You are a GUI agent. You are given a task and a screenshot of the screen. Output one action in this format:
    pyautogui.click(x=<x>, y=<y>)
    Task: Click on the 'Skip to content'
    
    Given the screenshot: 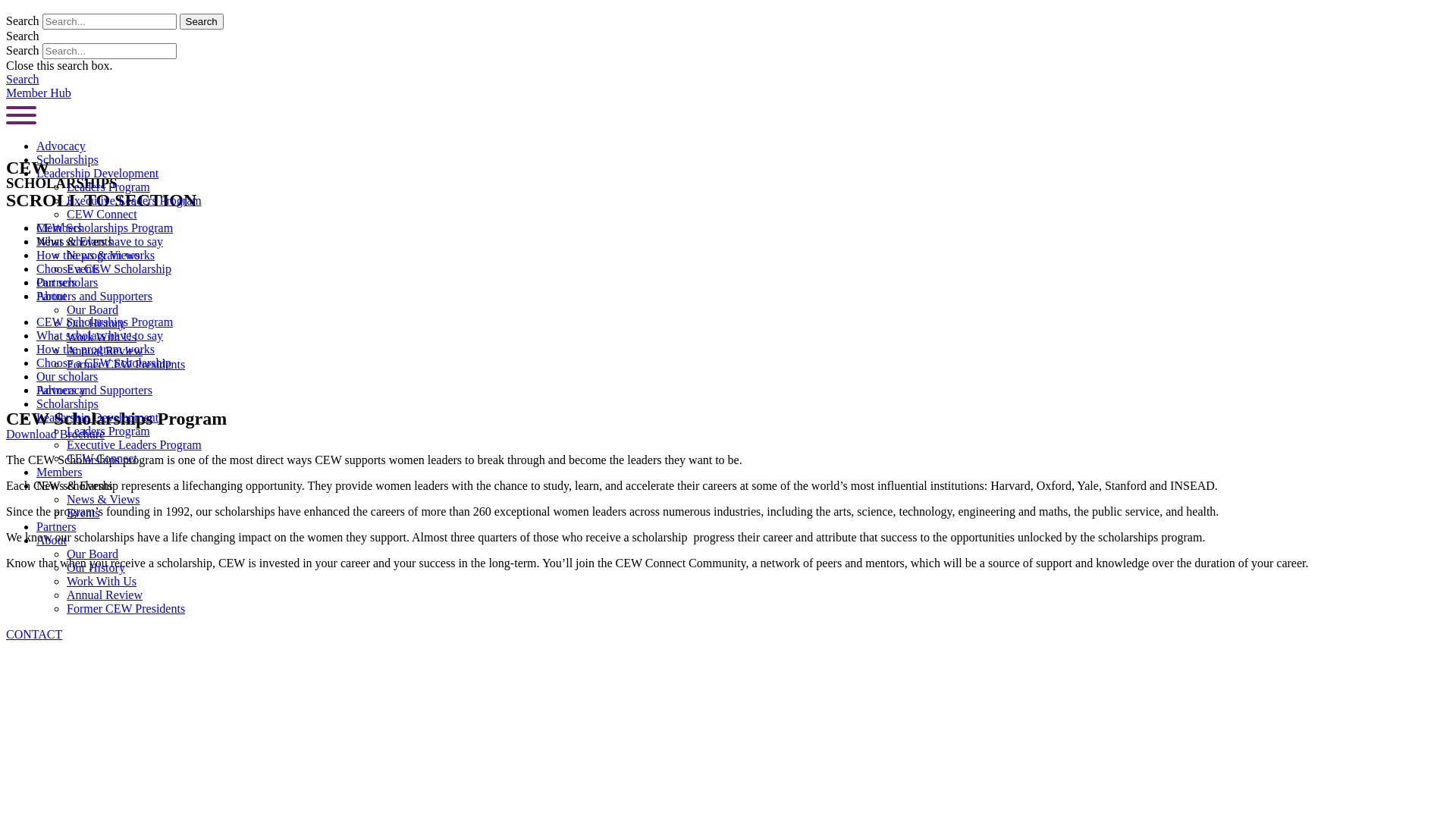 What is the action you would take?
    pyautogui.click(x=42, y=12)
    